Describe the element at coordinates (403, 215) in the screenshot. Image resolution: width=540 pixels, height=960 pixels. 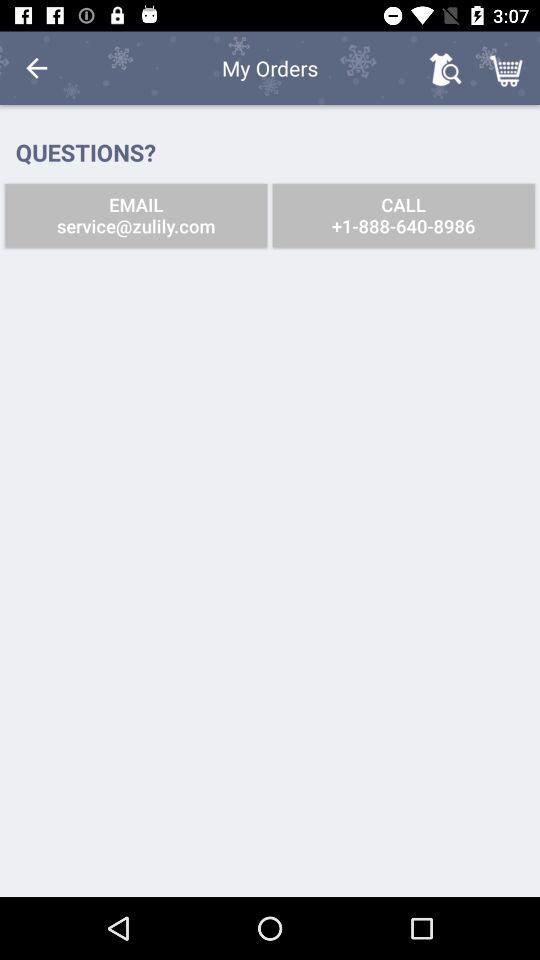
I see `icon next to the email service zulily` at that location.